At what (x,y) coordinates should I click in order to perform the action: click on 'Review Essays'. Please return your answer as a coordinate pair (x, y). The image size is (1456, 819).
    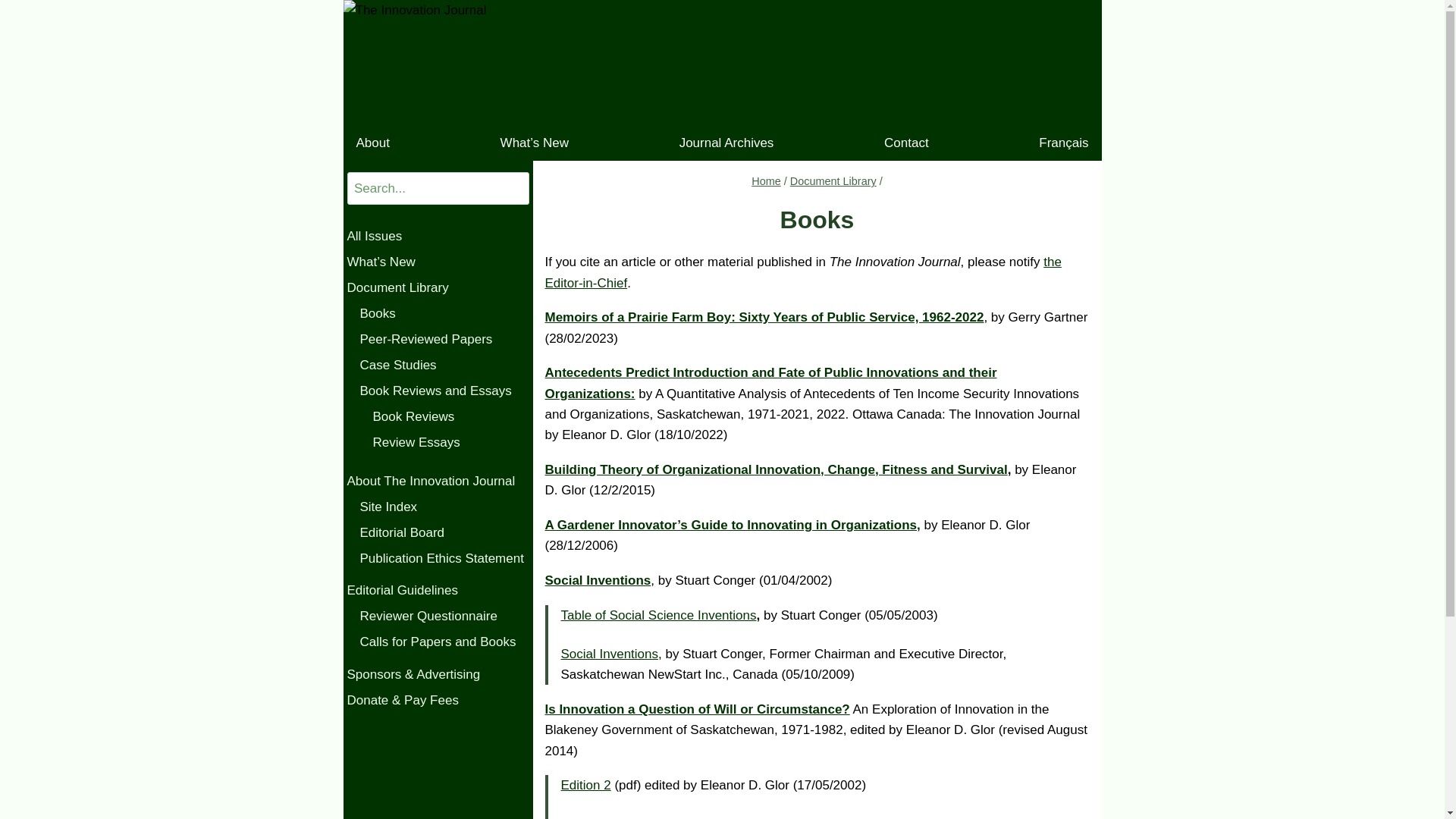
    Looking at the image, I should click on (372, 442).